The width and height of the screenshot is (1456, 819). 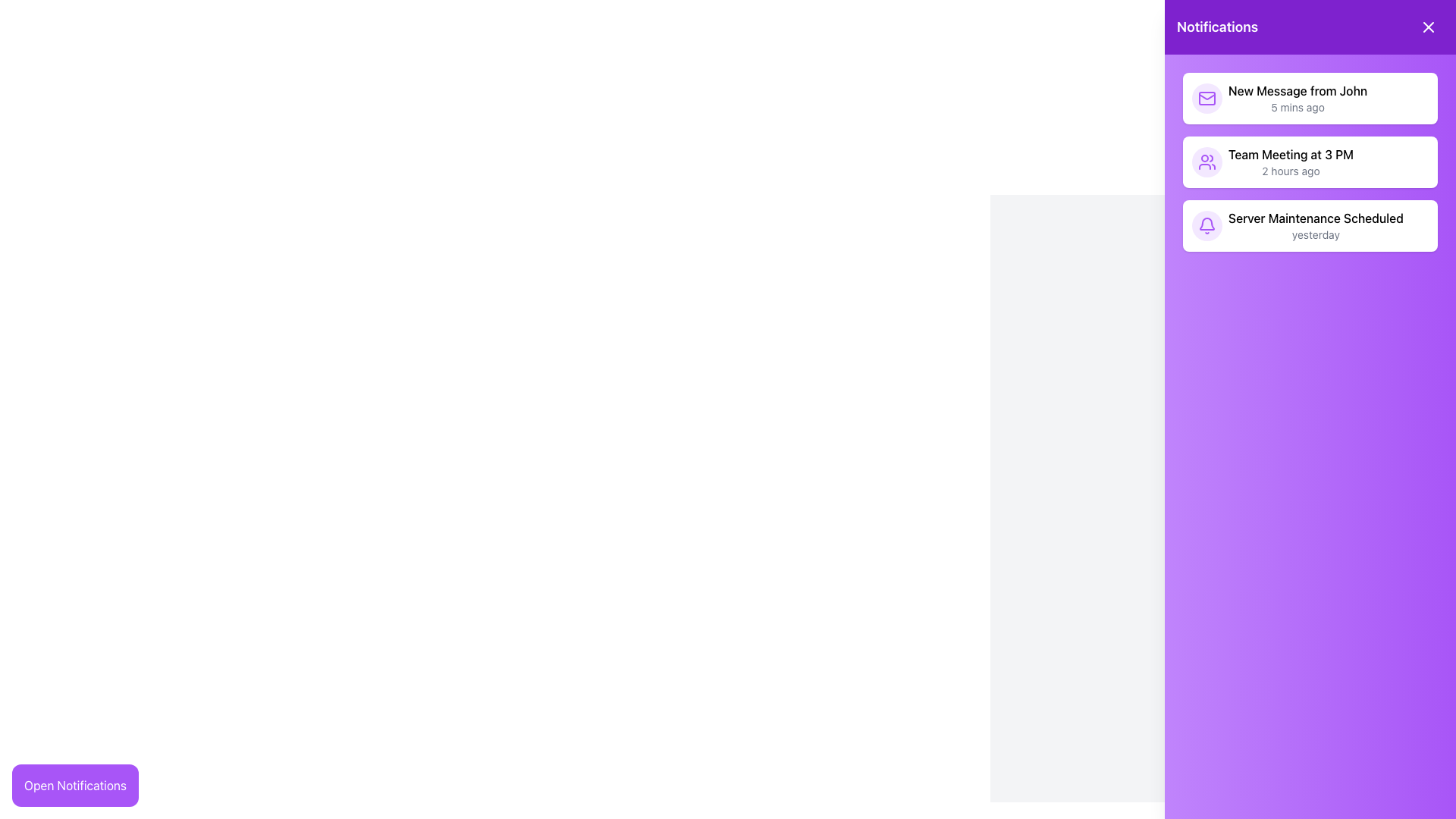 I want to click on title text of the last notification item, which is situated below the 'Team Meeting at 3 PM' notification, so click(x=1315, y=218).